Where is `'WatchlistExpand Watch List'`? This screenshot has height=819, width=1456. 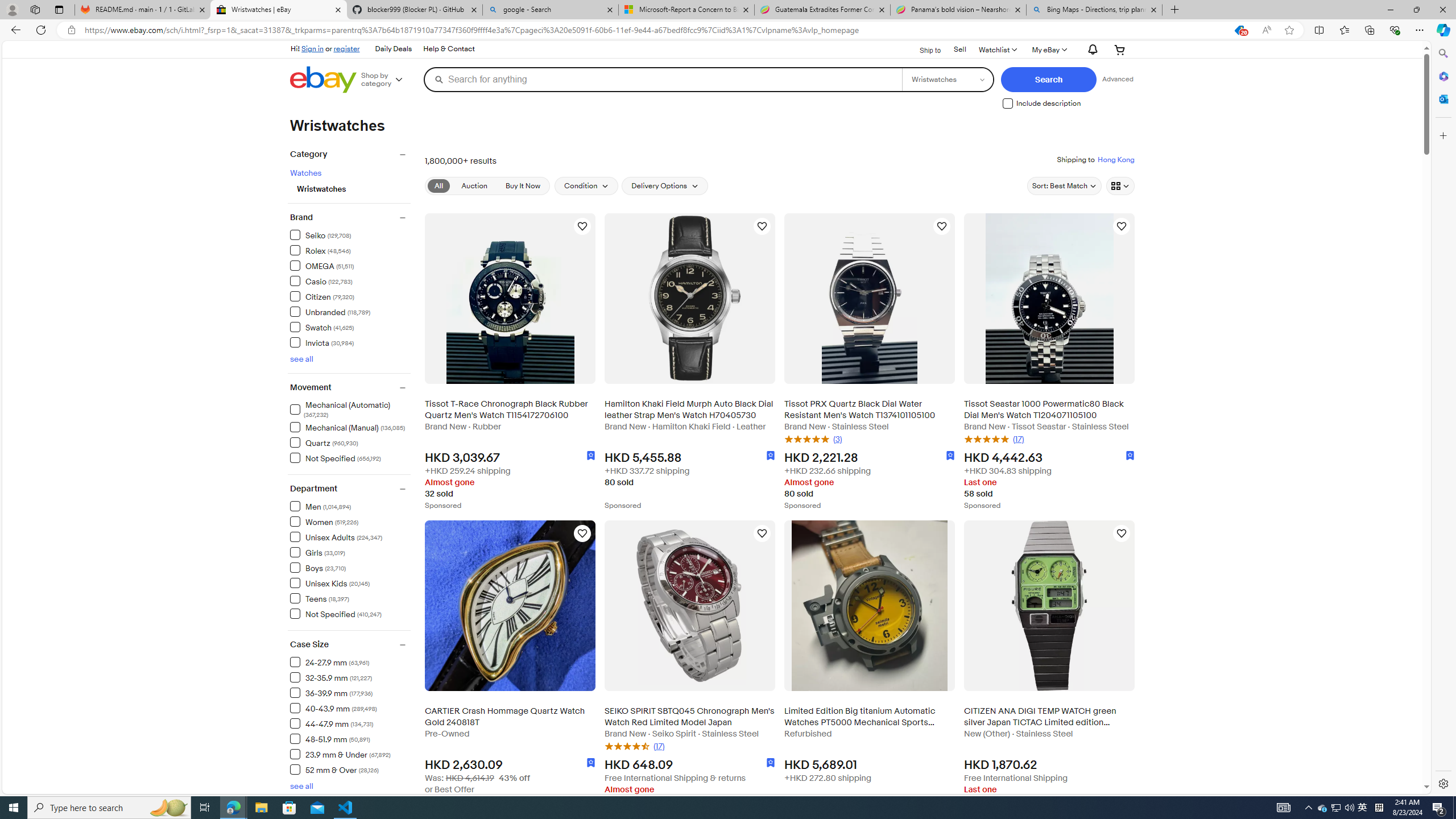
'WatchlistExpand Watch List' is located at coordinates (996, 49).